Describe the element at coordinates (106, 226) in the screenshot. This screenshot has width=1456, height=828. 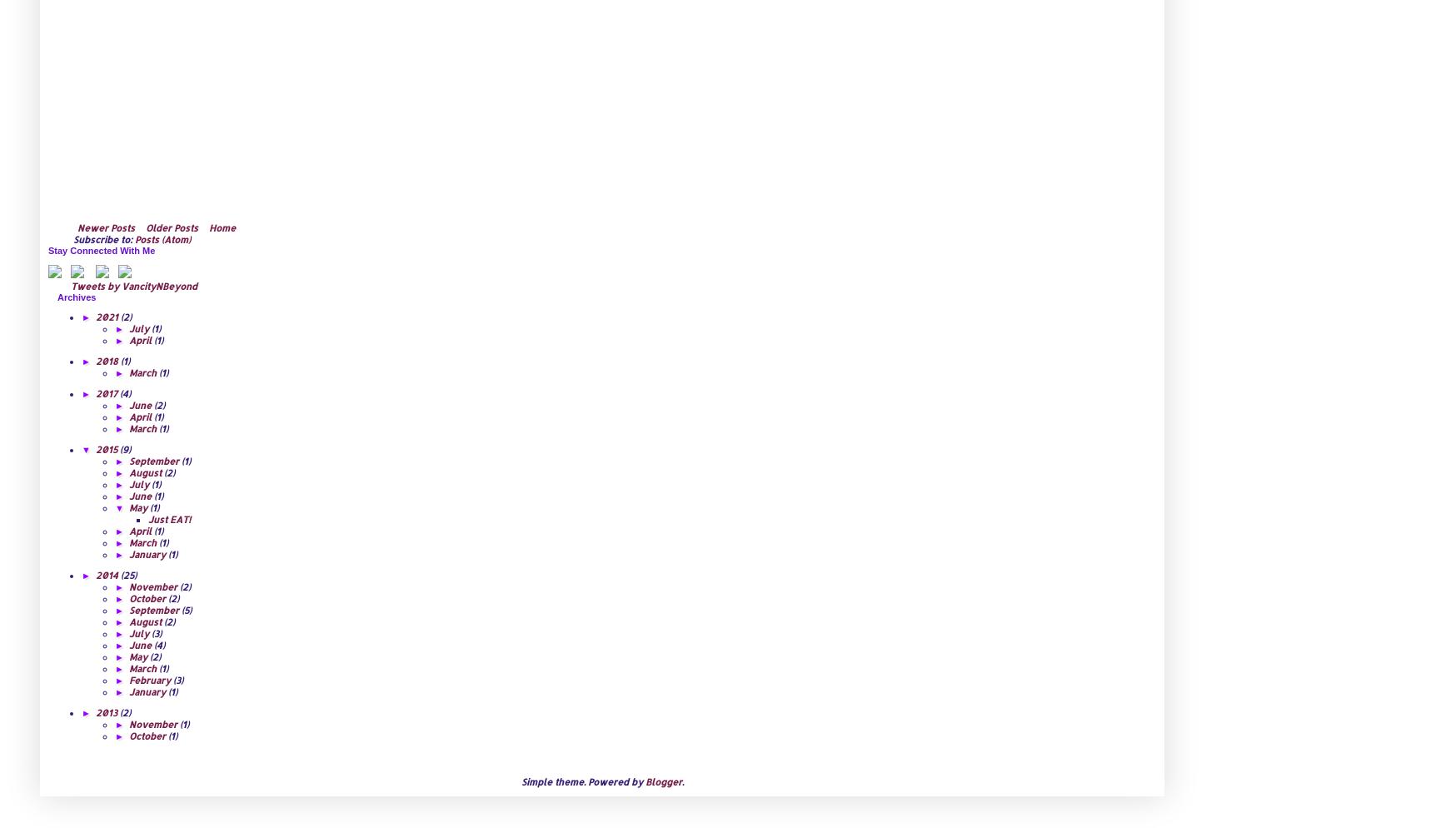
I see `'Newer Posts'` at that location.